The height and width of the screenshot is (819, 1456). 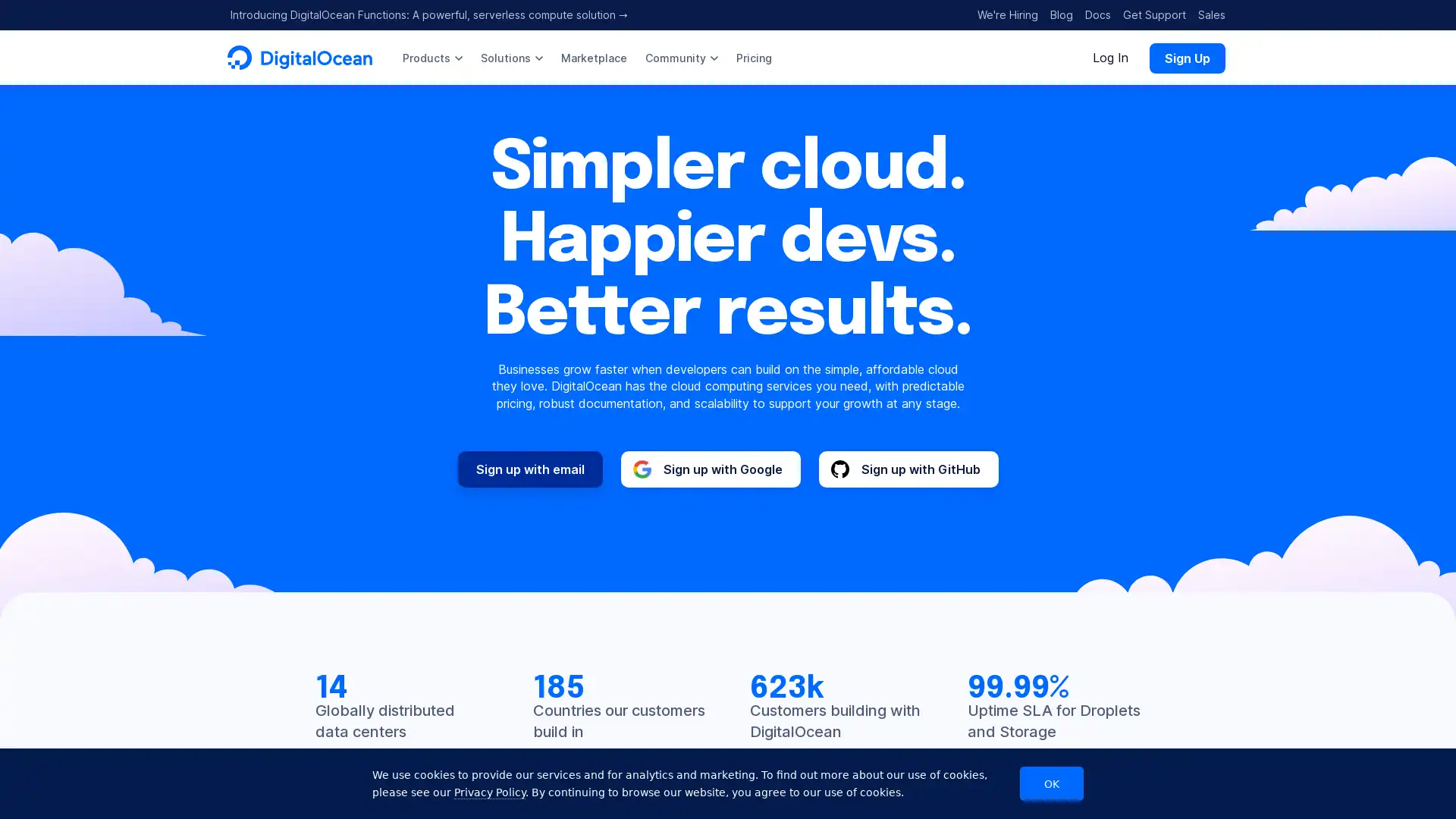 What do you see at coordinates (1051, 783) in the screenshot?
I see `OK` at bounding box center [1051, 783].